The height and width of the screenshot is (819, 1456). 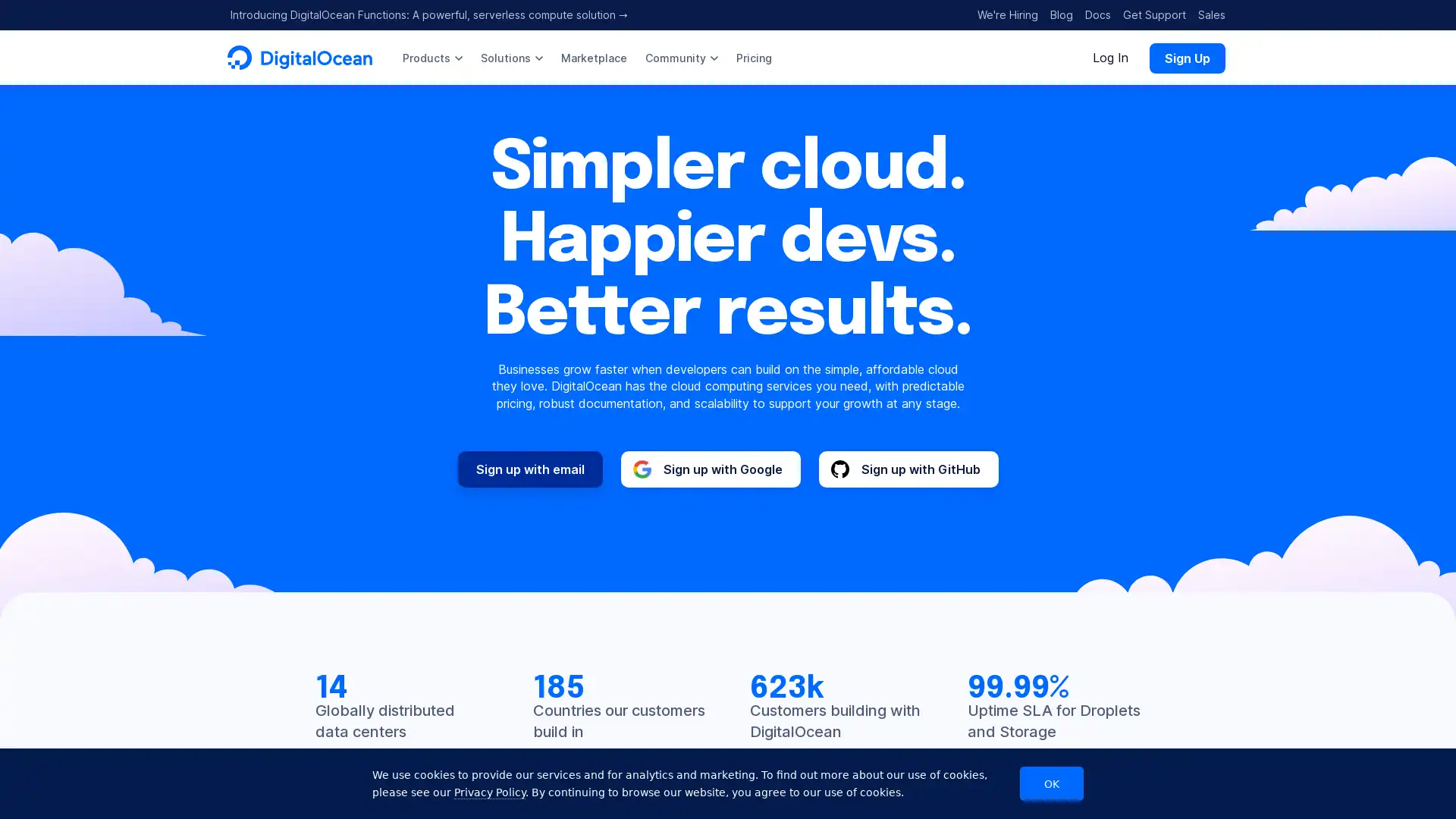 What do you see at coordinates (1051, 783) in the screenshot?
I see `OK` at bounding box center [1051, 783].